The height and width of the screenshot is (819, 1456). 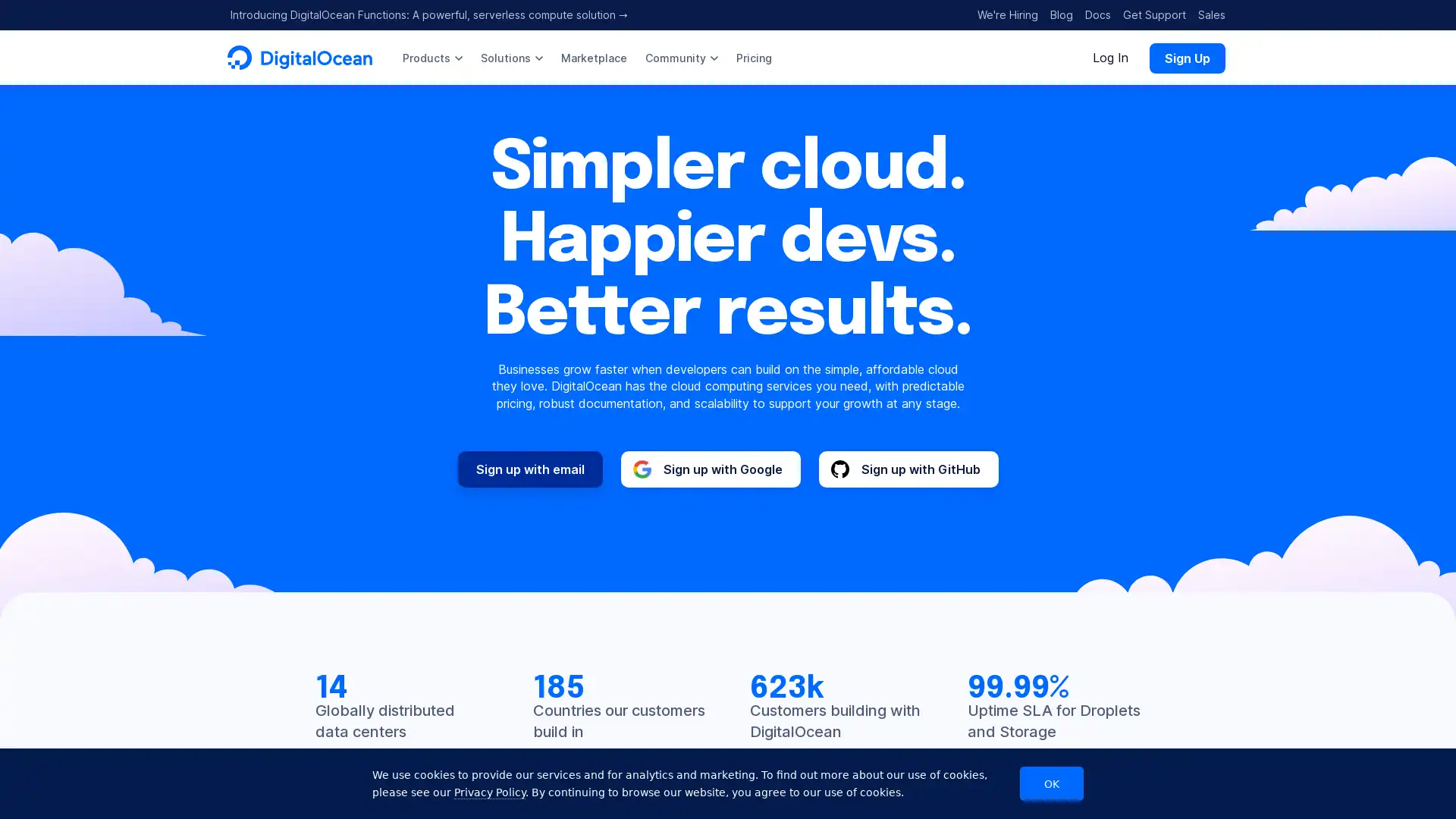 What do you see at coordinates (1051, 783) in the screenshot?
I see `OK` at bounding box center [1051, 783].